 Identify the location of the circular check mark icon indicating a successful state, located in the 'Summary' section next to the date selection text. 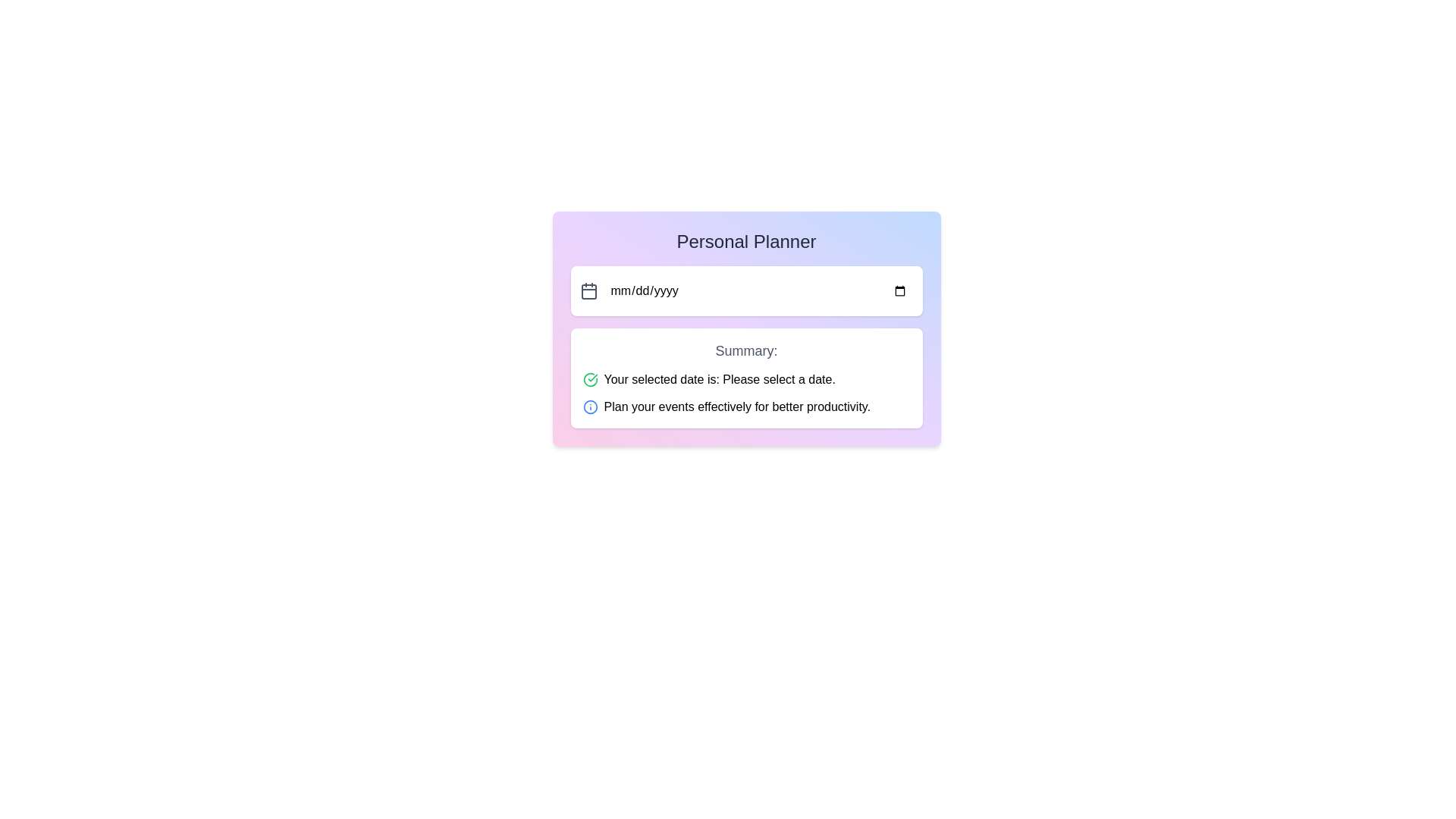
(589, 379).